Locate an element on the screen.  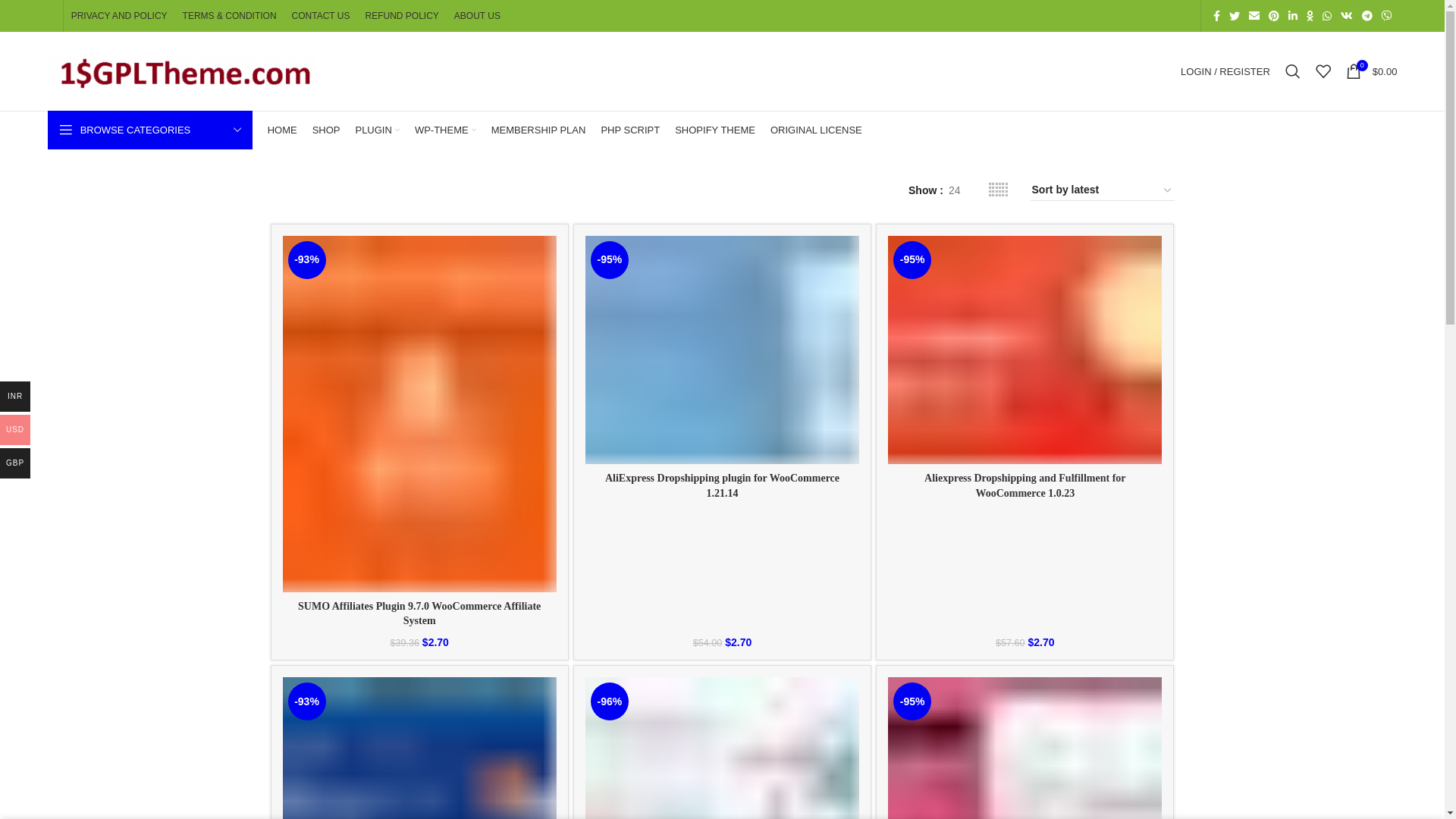
'-95%' is located at coordinates (721, 350).